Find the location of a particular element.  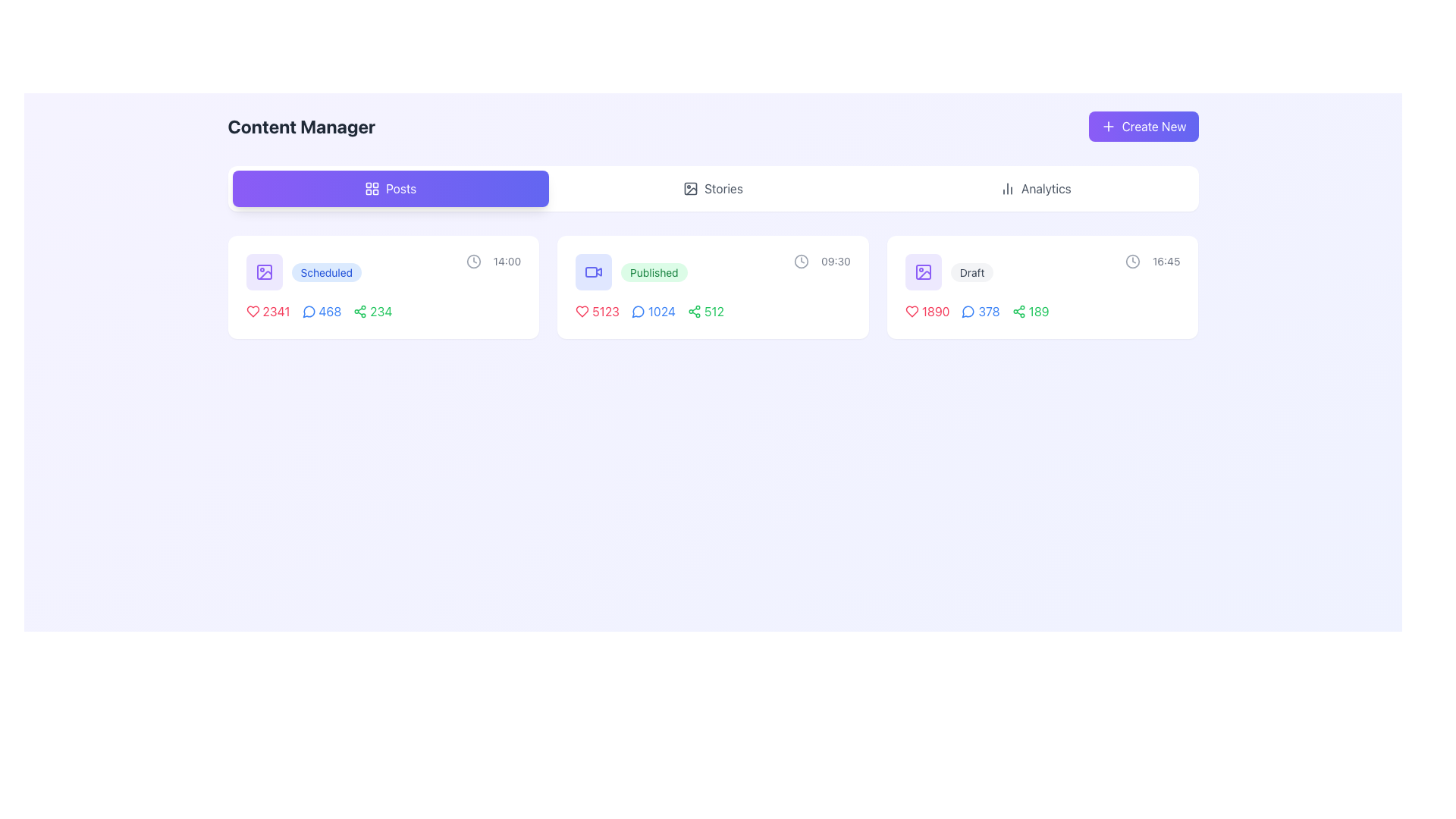

the green share icon with the numerical value '189' in the 'Draft' box, which is the third icon in the horizontal row of interactive statistics is located at coordinates (1042, 311).